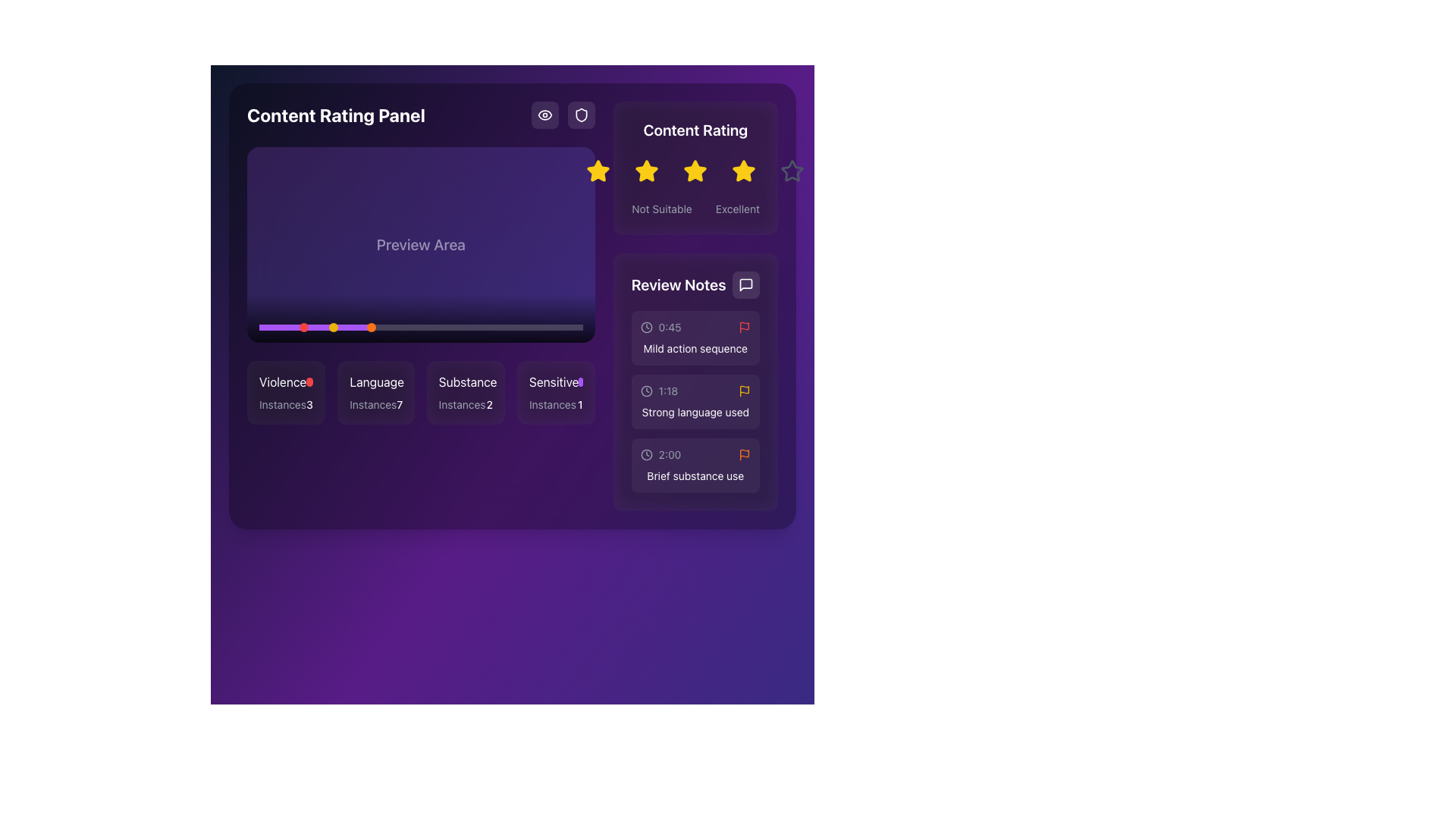 This screenshot has height=819, width=1456. What do you see at coordinates (745, 284) in the screenshot?
I see `the rounded rectangular button with a speech bubble icon located to the right of the 'Review Notes' section` at bounding box center [745, 284].